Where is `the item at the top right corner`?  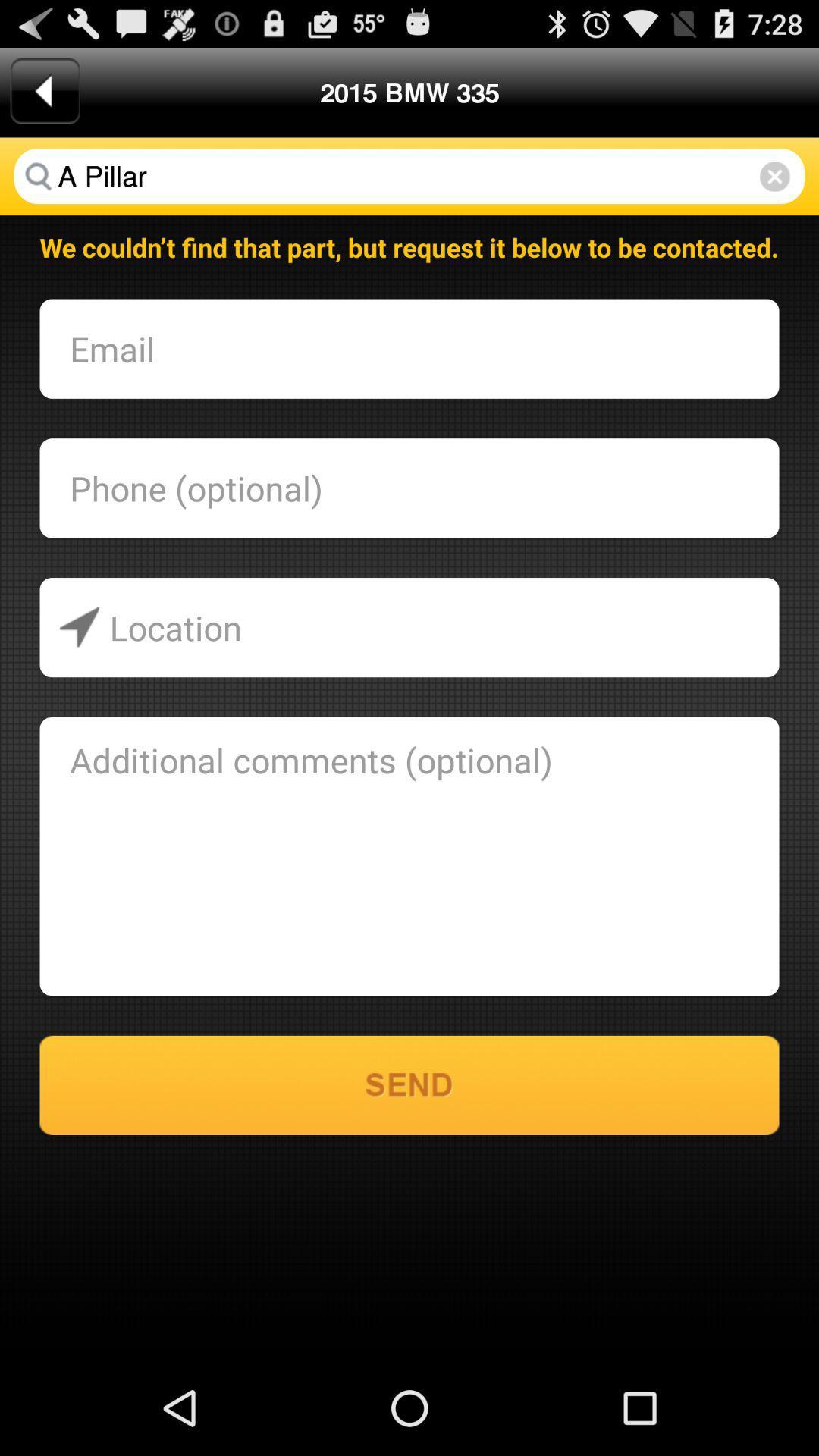
the item at the top right corner is located at coordinates (774, 176).